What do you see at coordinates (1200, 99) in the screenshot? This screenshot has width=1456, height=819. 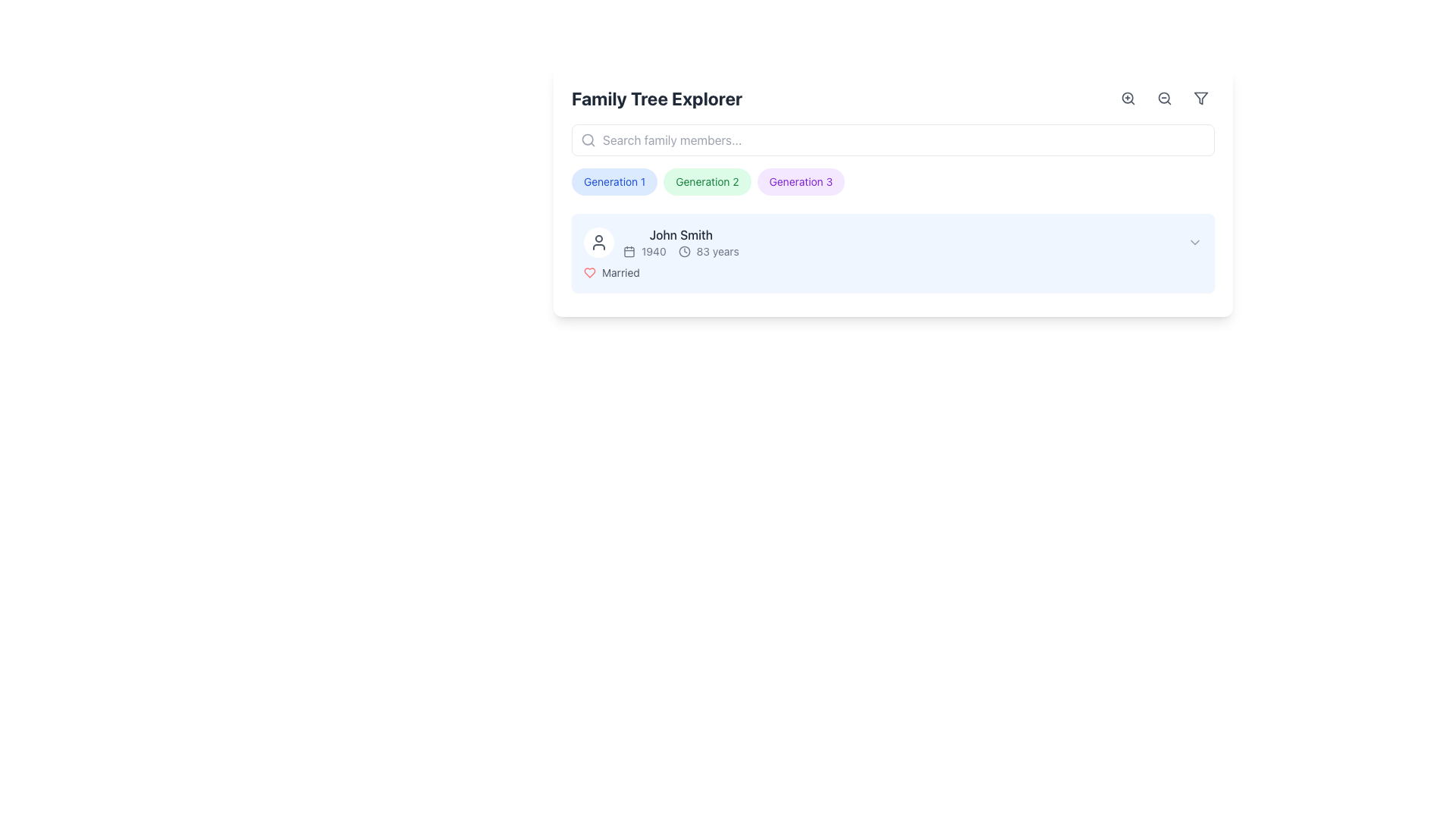 I see `the small funnel-shaped dark gray icon located in the top-right corner of the interface` at bounding box center [1200, 99].